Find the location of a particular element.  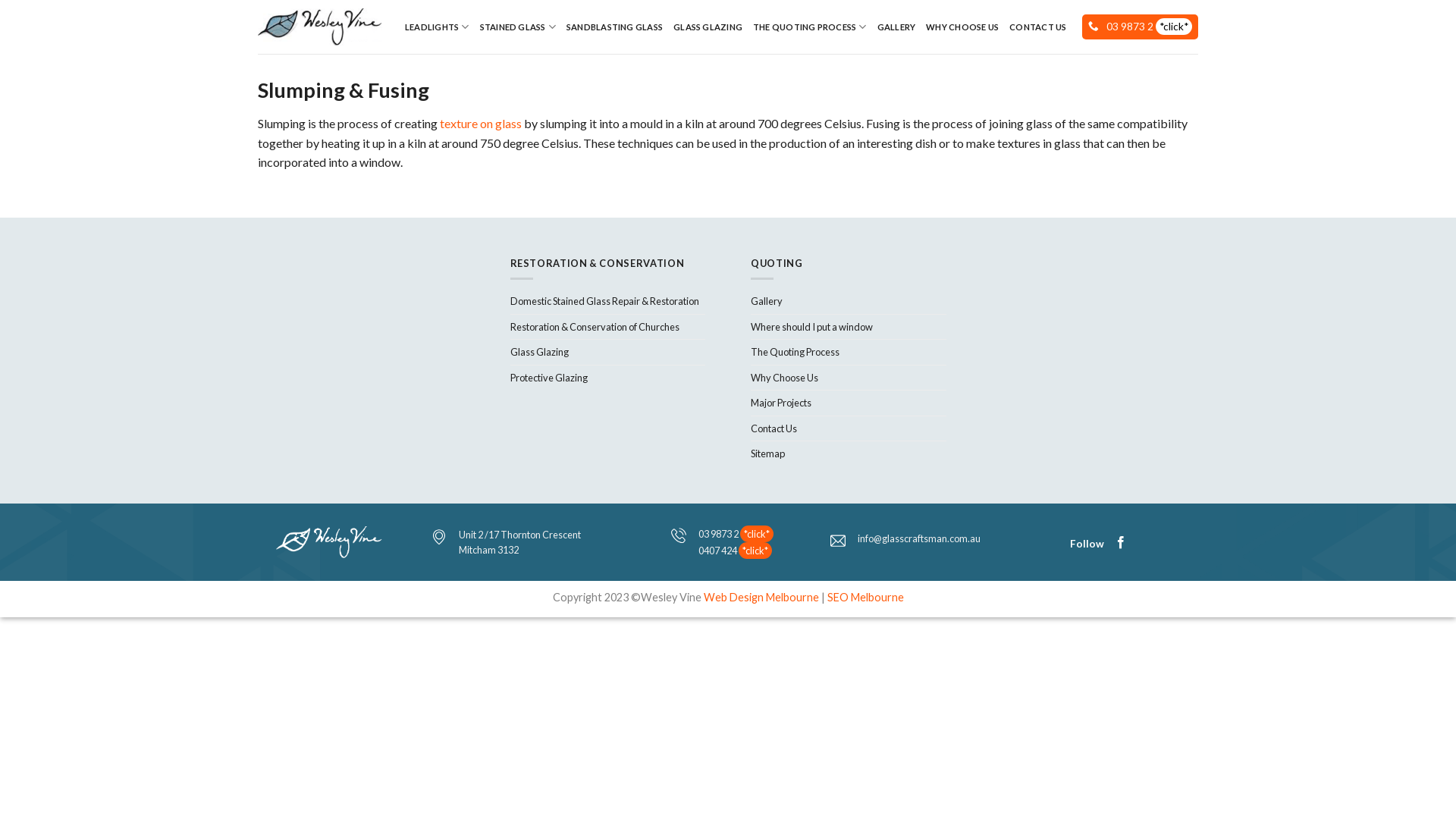

'GALLERY' is located at coordinates (896, 27).